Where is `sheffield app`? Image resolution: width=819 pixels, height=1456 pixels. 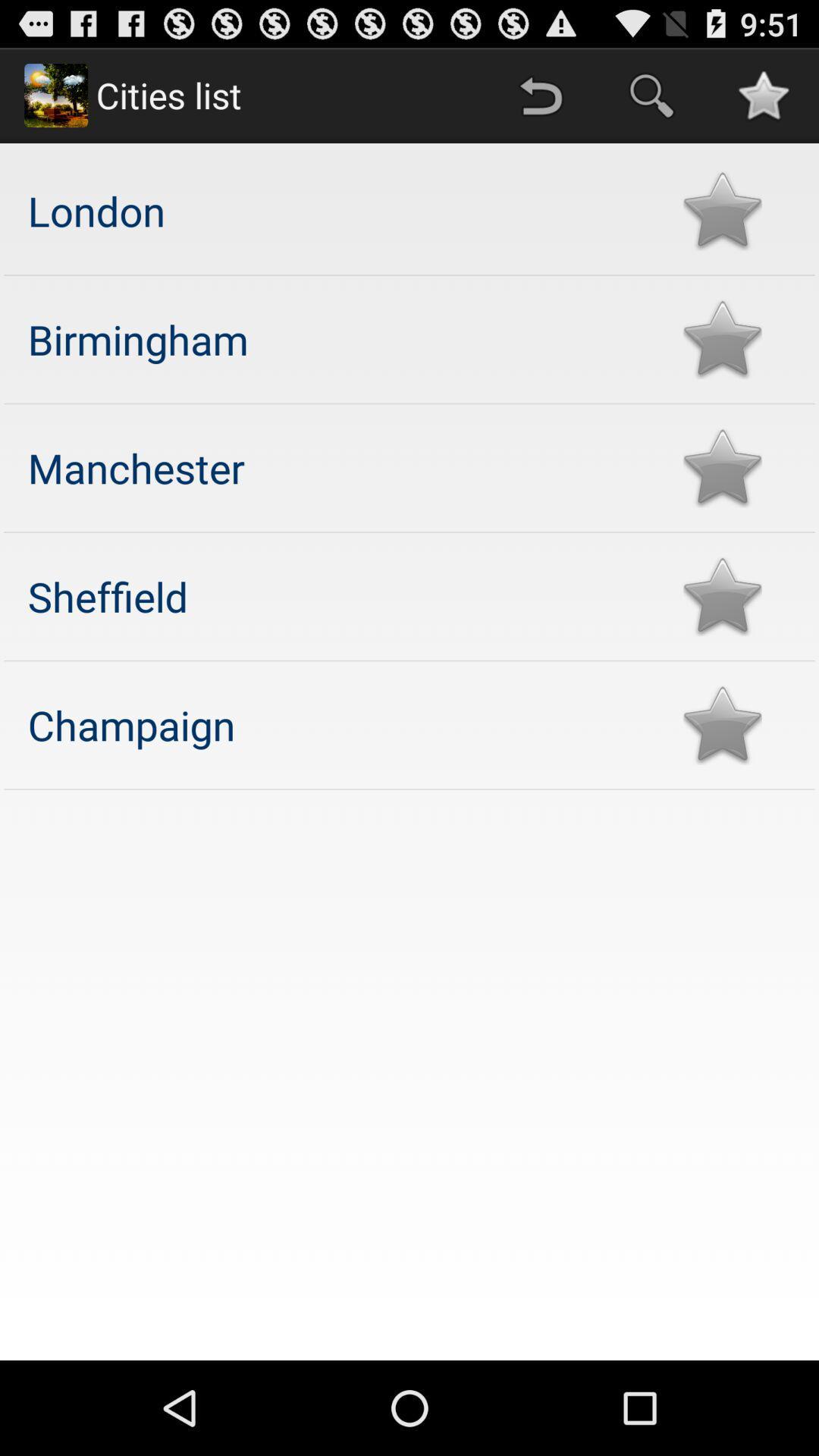
sheffield app is located at coordinates (340, 595).